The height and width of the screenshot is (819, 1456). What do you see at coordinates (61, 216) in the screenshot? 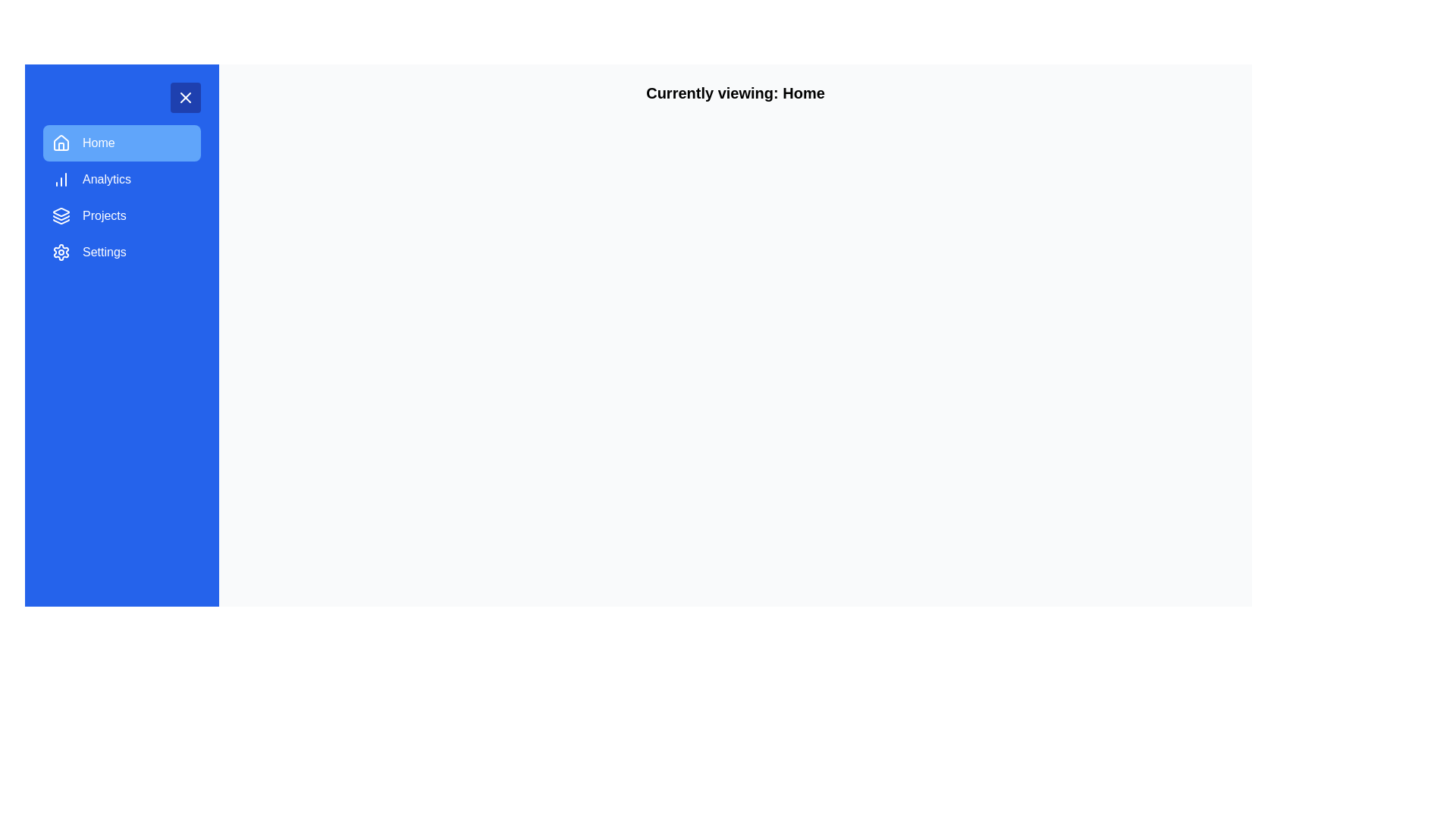
I see `the 'Projects' submenu icon located on the left side of the sidebar navigation` at bounding box center [61, 216].